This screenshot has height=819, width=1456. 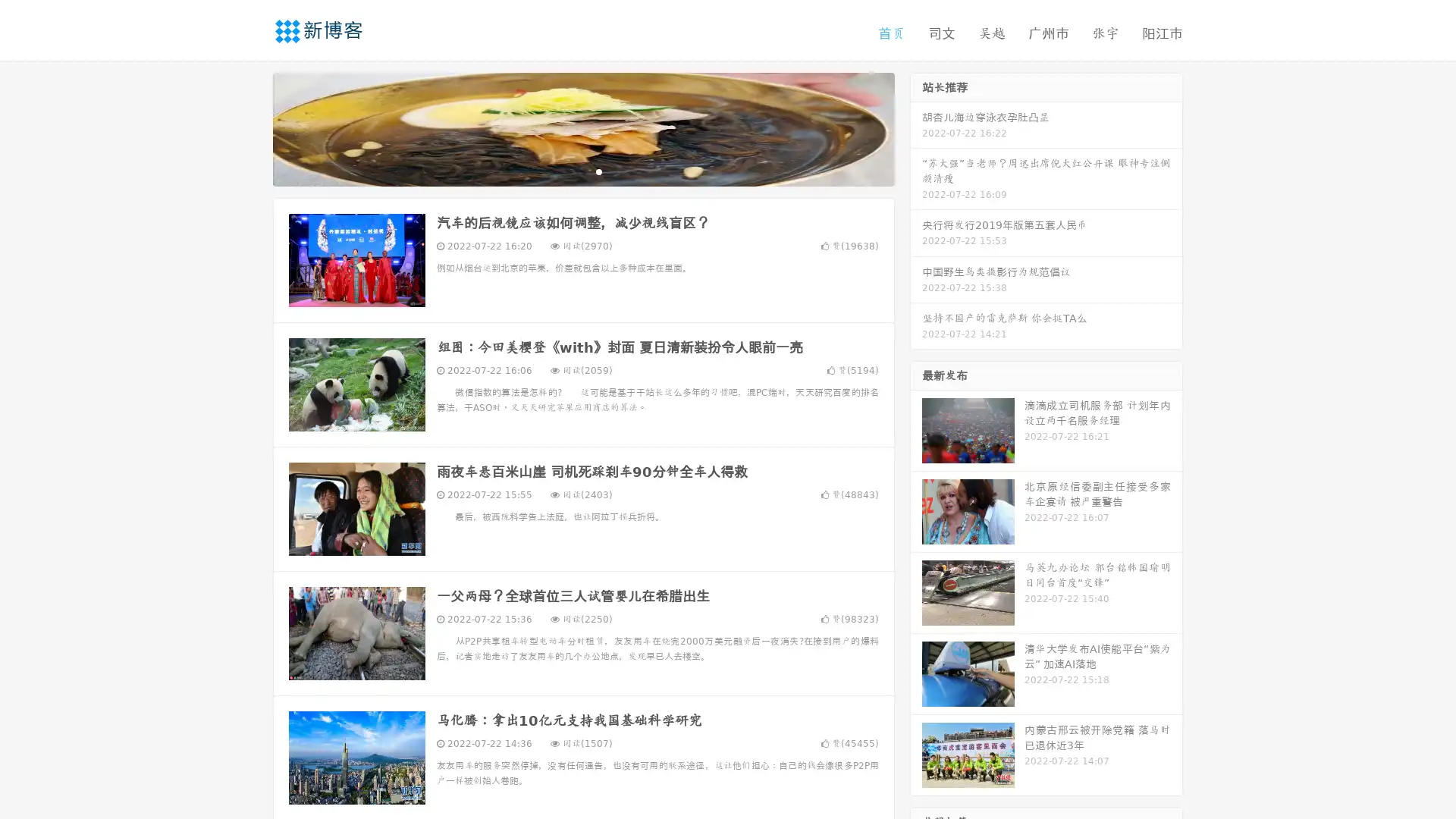 I want to click on Next slide, so click(x=916, y=127).